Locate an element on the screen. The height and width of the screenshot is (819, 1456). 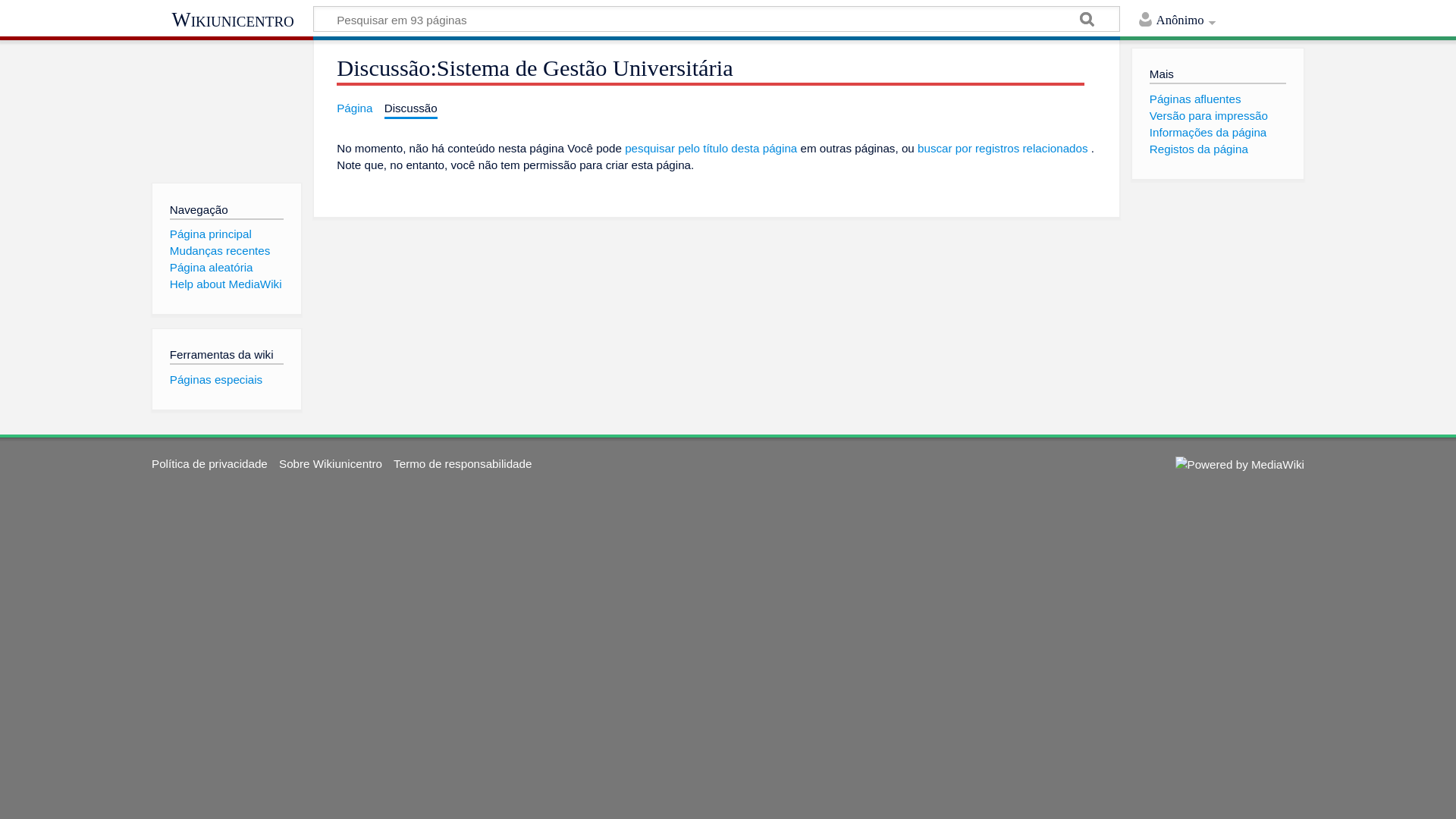
'Sobre Wikiunicentro' is located at coordinates (330, 463).